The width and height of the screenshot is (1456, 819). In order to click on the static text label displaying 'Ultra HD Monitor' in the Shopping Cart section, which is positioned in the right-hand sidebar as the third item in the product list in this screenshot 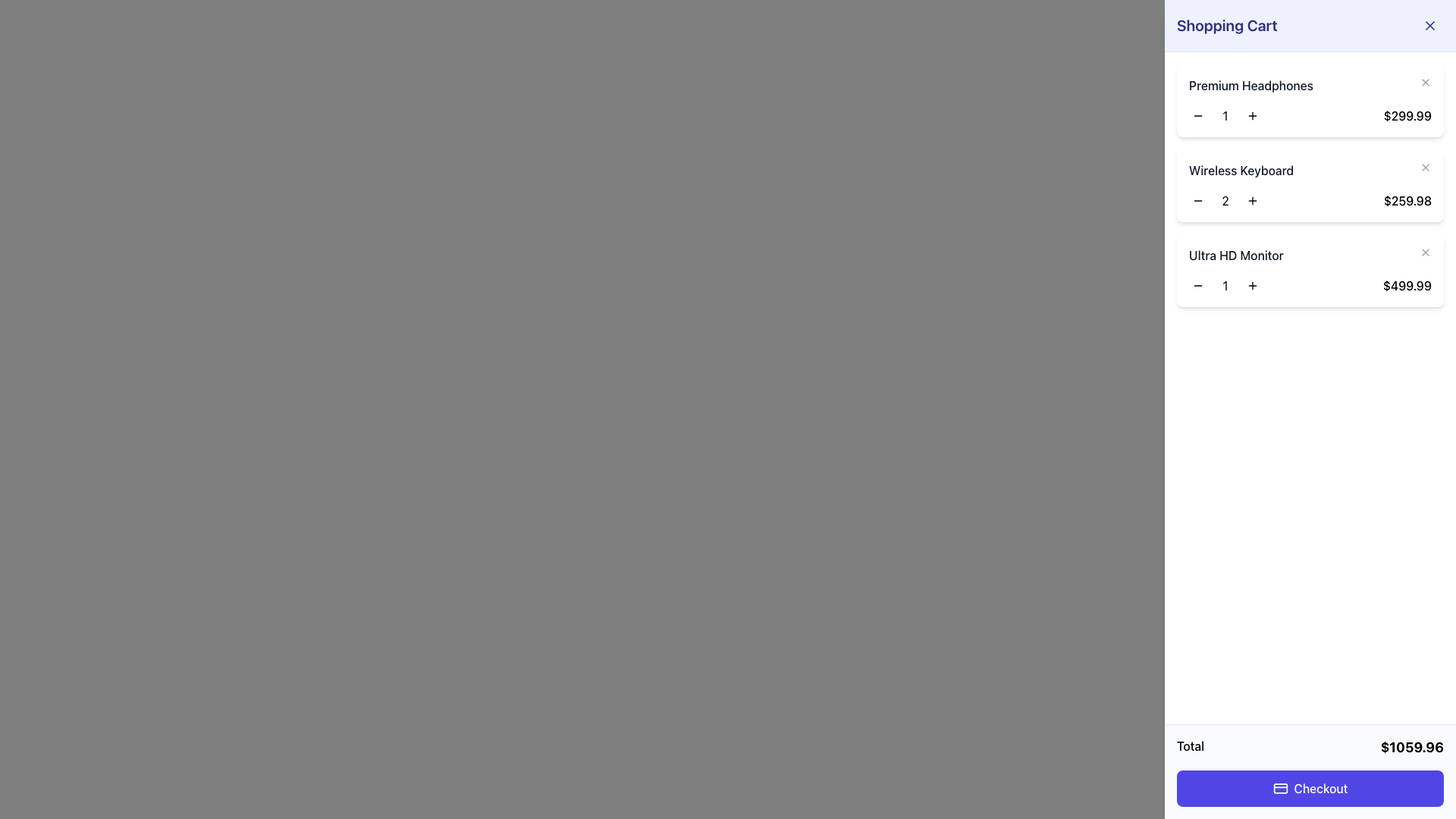, I will do `click(1236, 254)`.